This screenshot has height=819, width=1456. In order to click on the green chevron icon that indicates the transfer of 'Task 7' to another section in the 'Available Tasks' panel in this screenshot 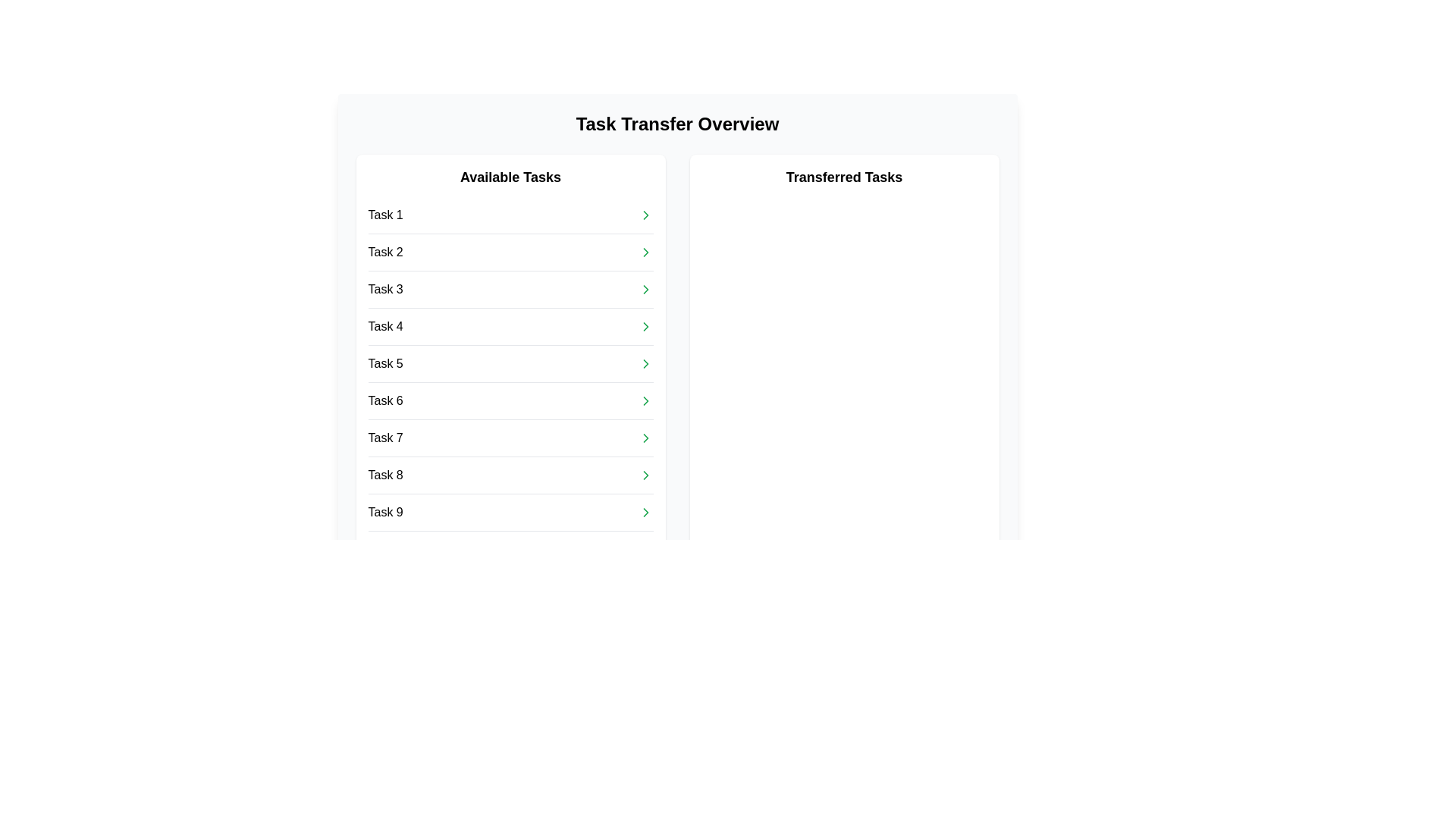, I will do `click(645, 438)`.